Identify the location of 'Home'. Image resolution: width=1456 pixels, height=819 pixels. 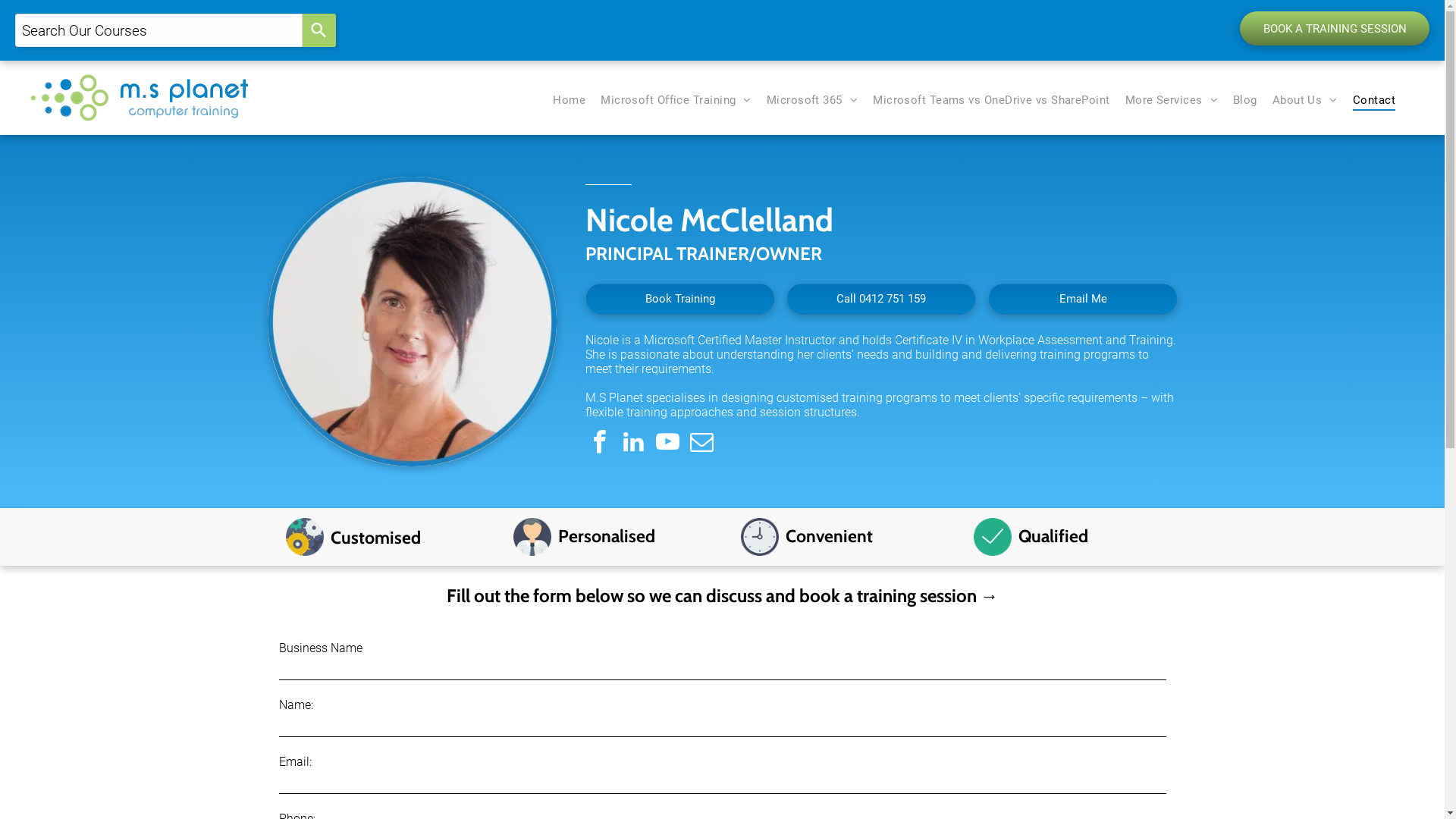
(568, 99).